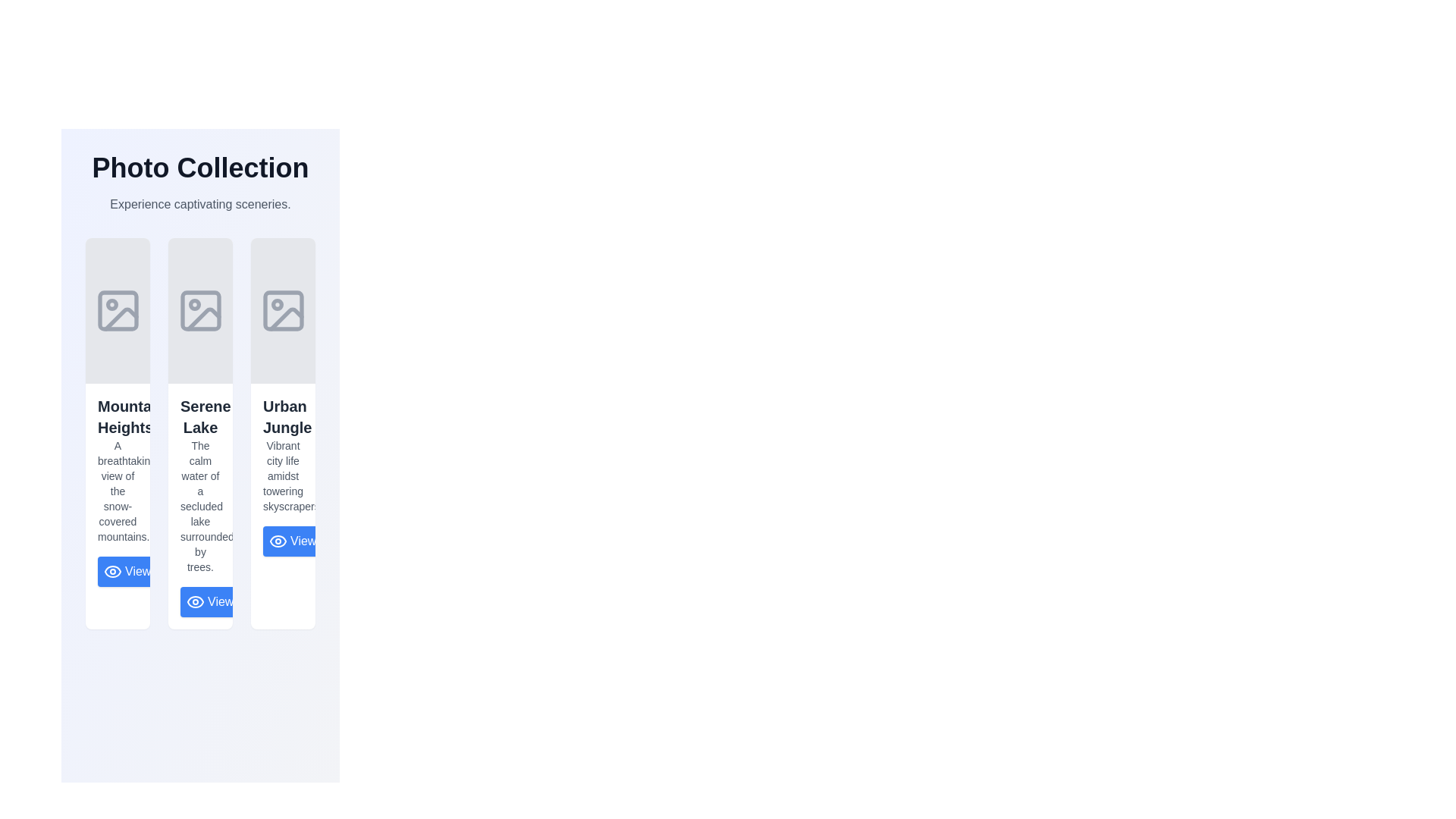 Image resolution: width=1456 pixels, height=819 pixels. What do you see at coordinates (283, 433) in the screenshot?
I see `the 'Urban Jungle' card component, which is the third card in a grid layout, indicating it is draggable` at bounding box center [283, 433].